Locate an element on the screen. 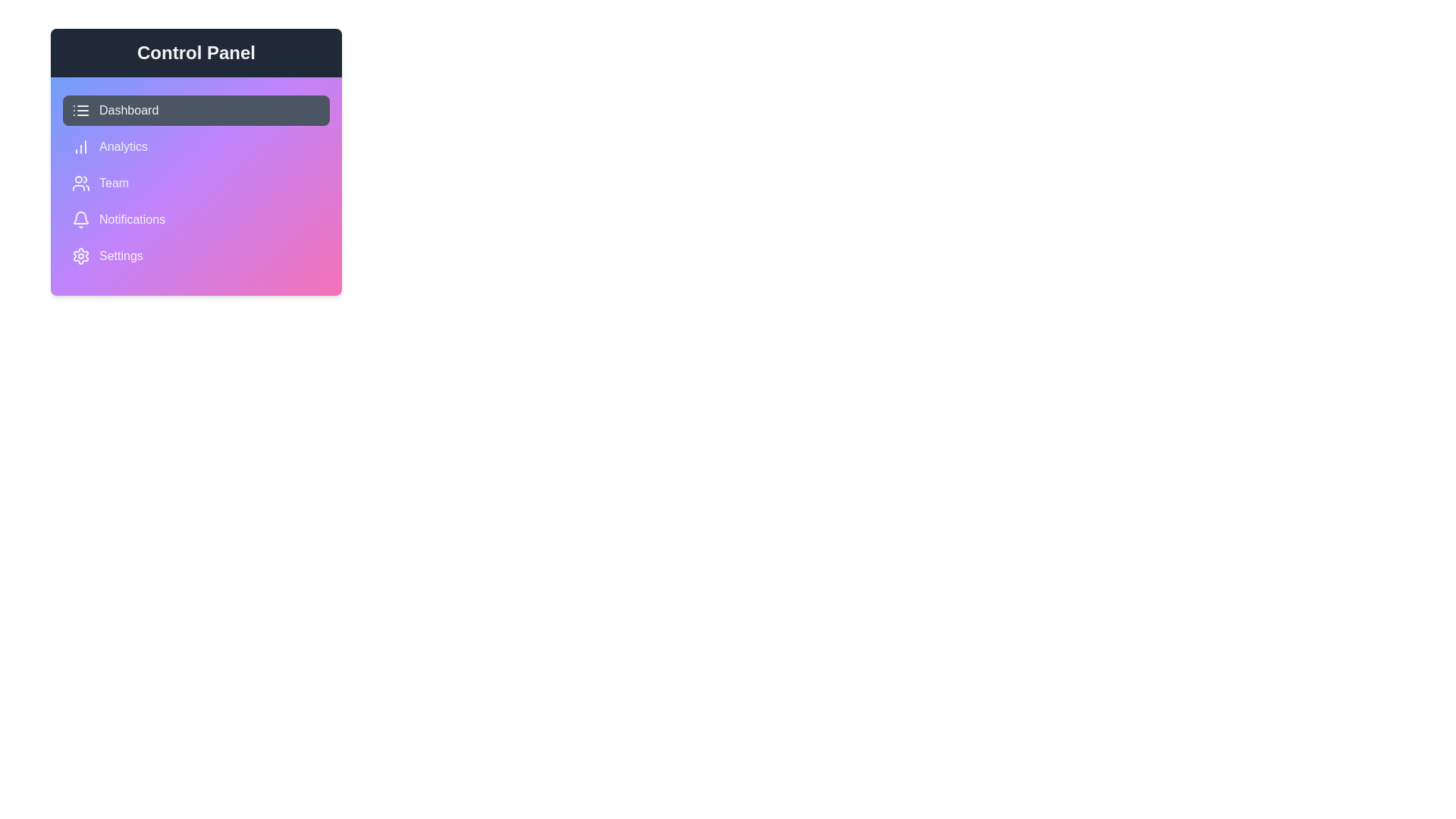  on the 'Settings' text label, which is the fourth item in the vertical menu list and located is located at coordinates (120, 256).